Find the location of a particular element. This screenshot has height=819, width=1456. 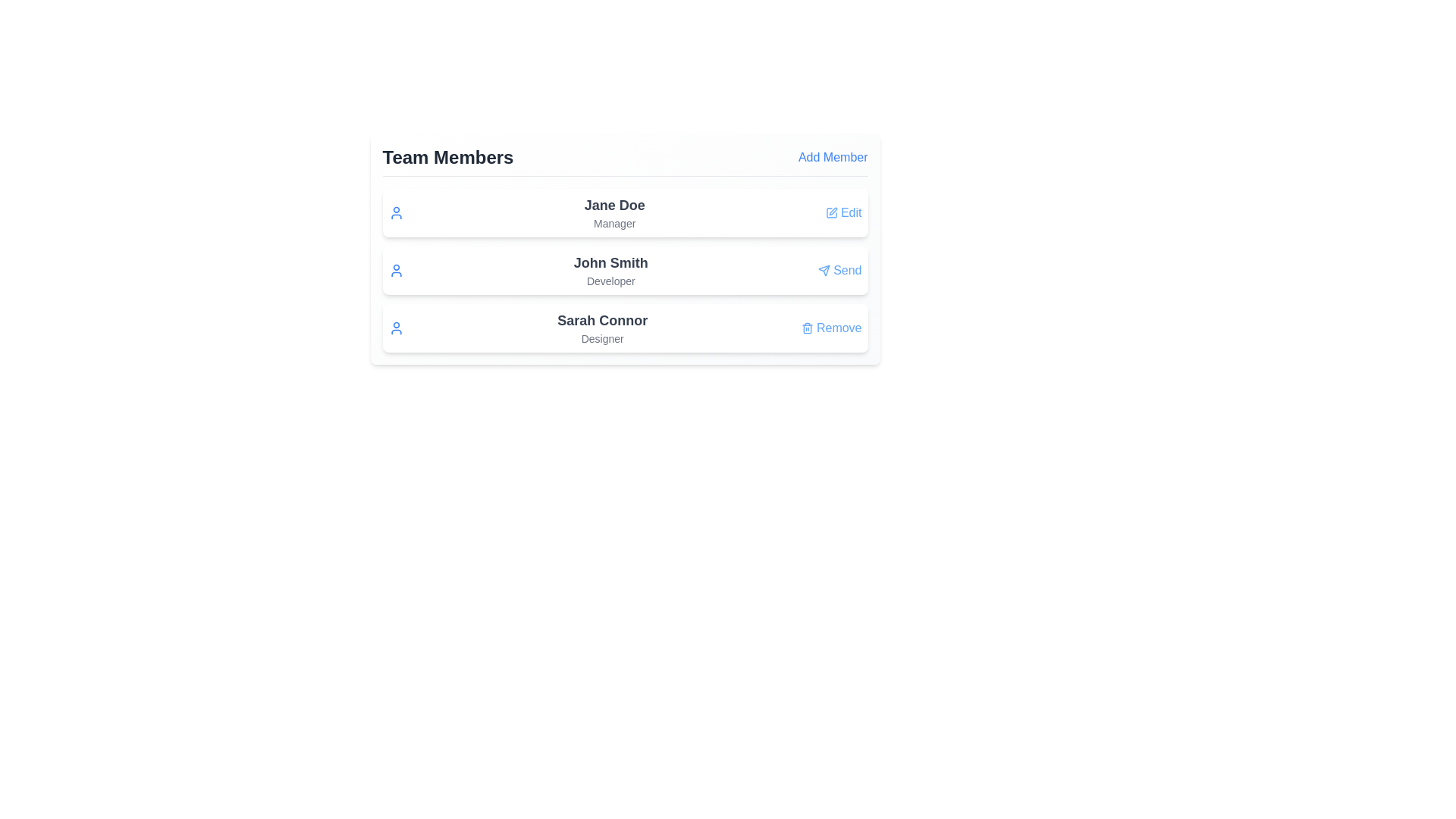

the 'Edit' button for the team member Jane Doe is located at coordinates (843, 213).